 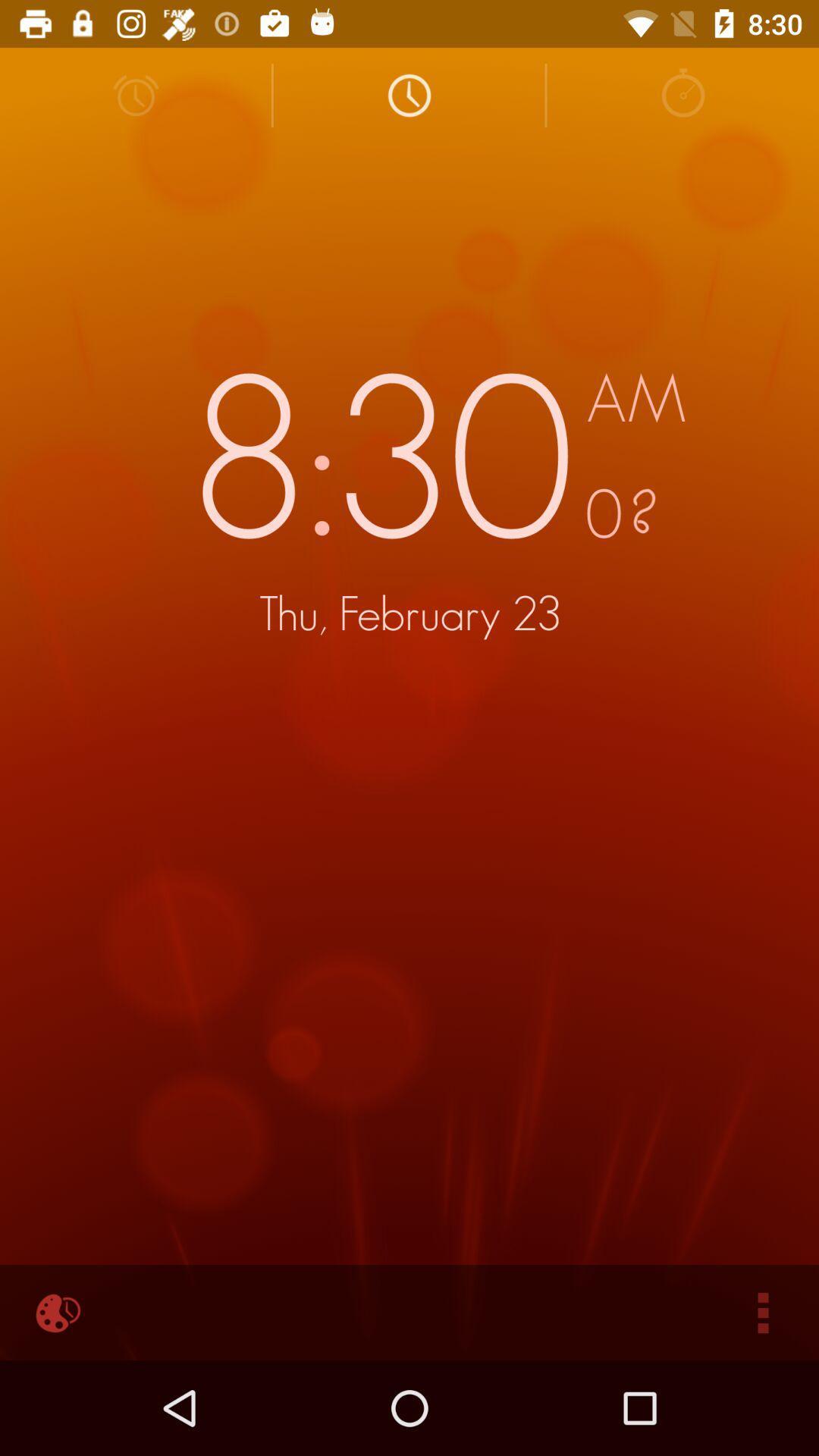 What do you see at coordinates (55, 1312) in the screenshot?
I see `paint` at bounding box center [55, 1312].